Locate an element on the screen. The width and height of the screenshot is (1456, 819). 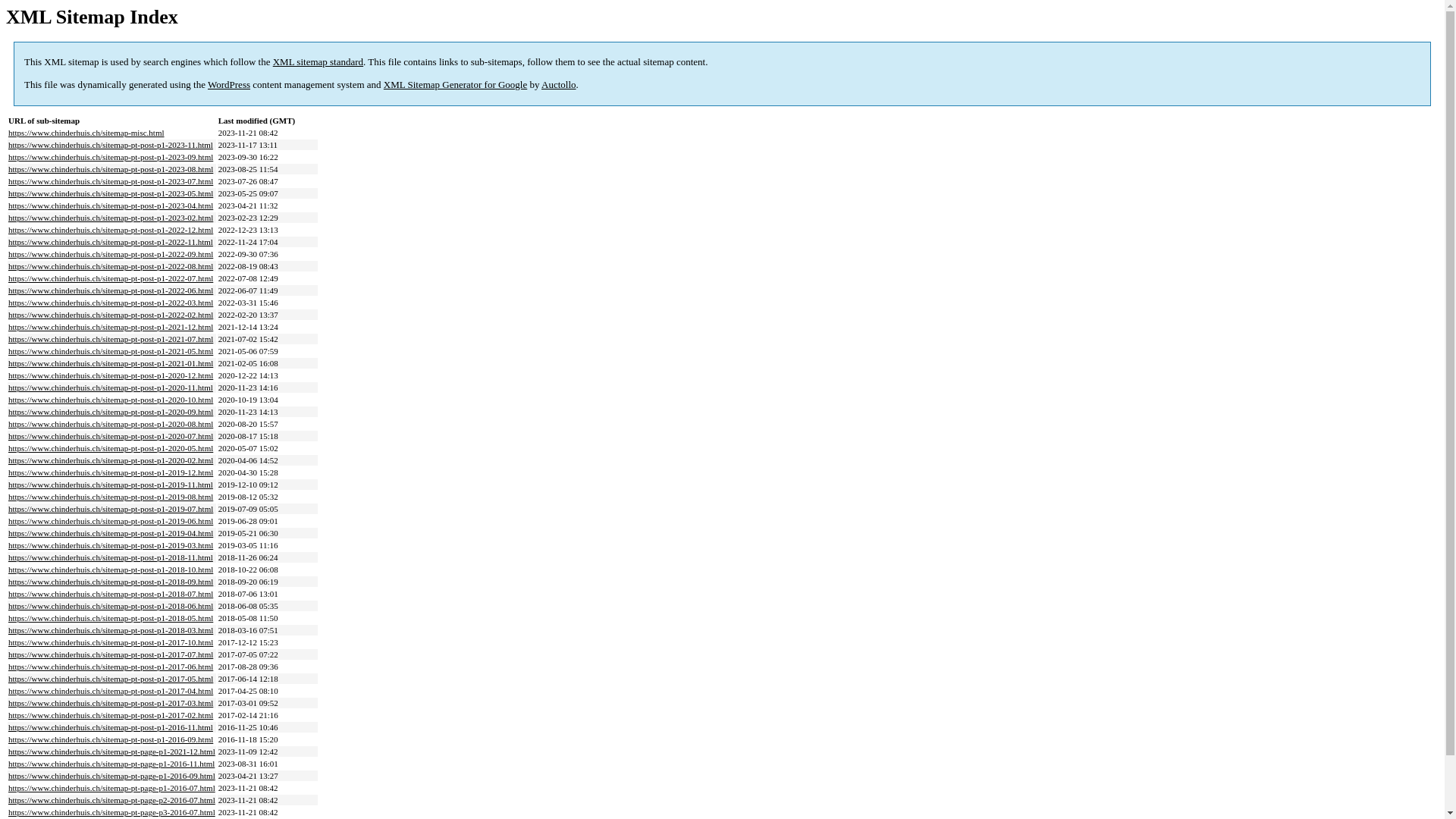
'https://www.chinderhuis.ch/sitemap-pt-post-p1-2019-04.html' is located at coordinates (109, 532).